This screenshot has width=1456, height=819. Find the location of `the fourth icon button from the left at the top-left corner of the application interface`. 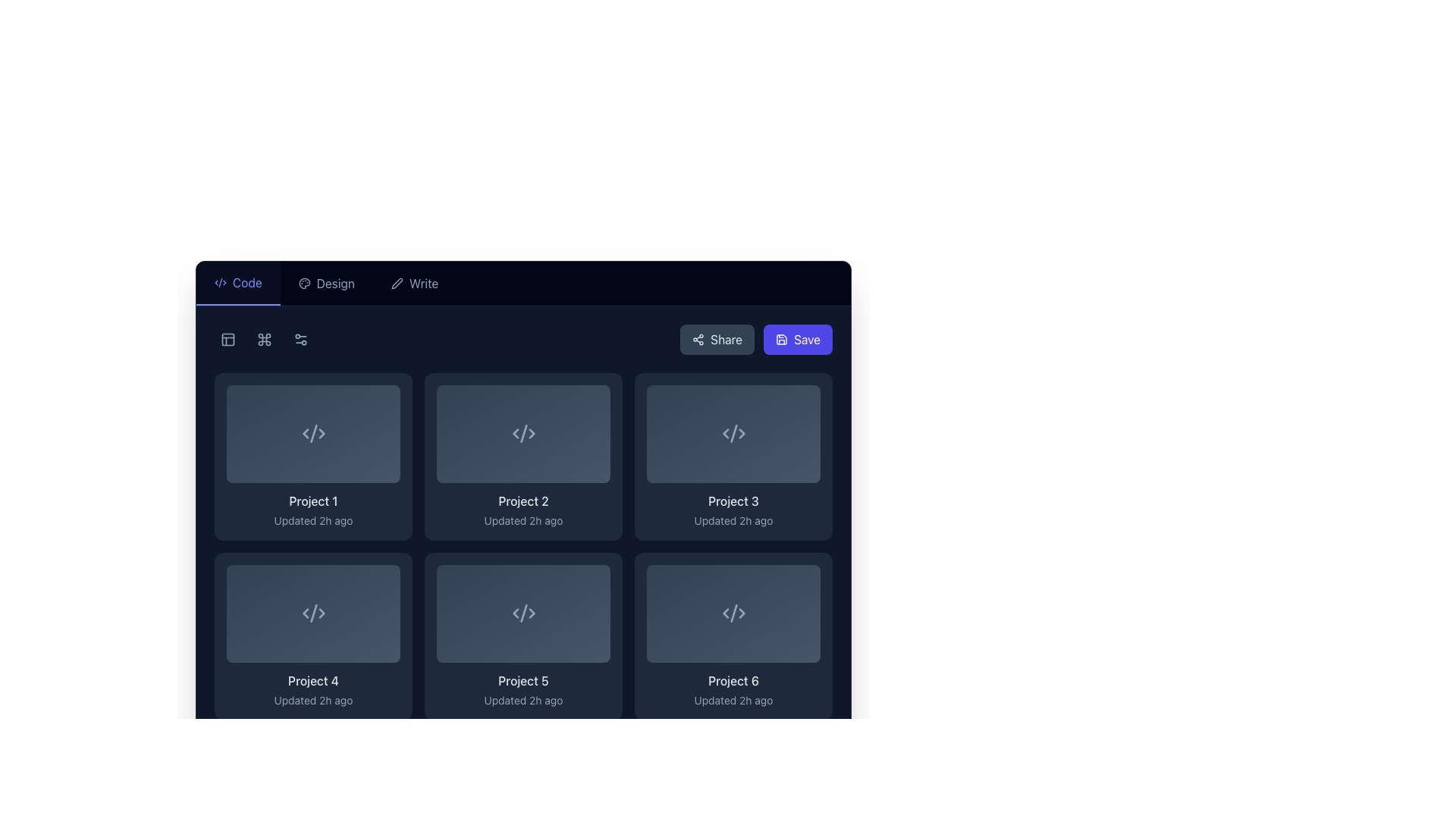

the fourth icon button from the left at the top-left corner of the application interface is located at coordinates (301, 338).